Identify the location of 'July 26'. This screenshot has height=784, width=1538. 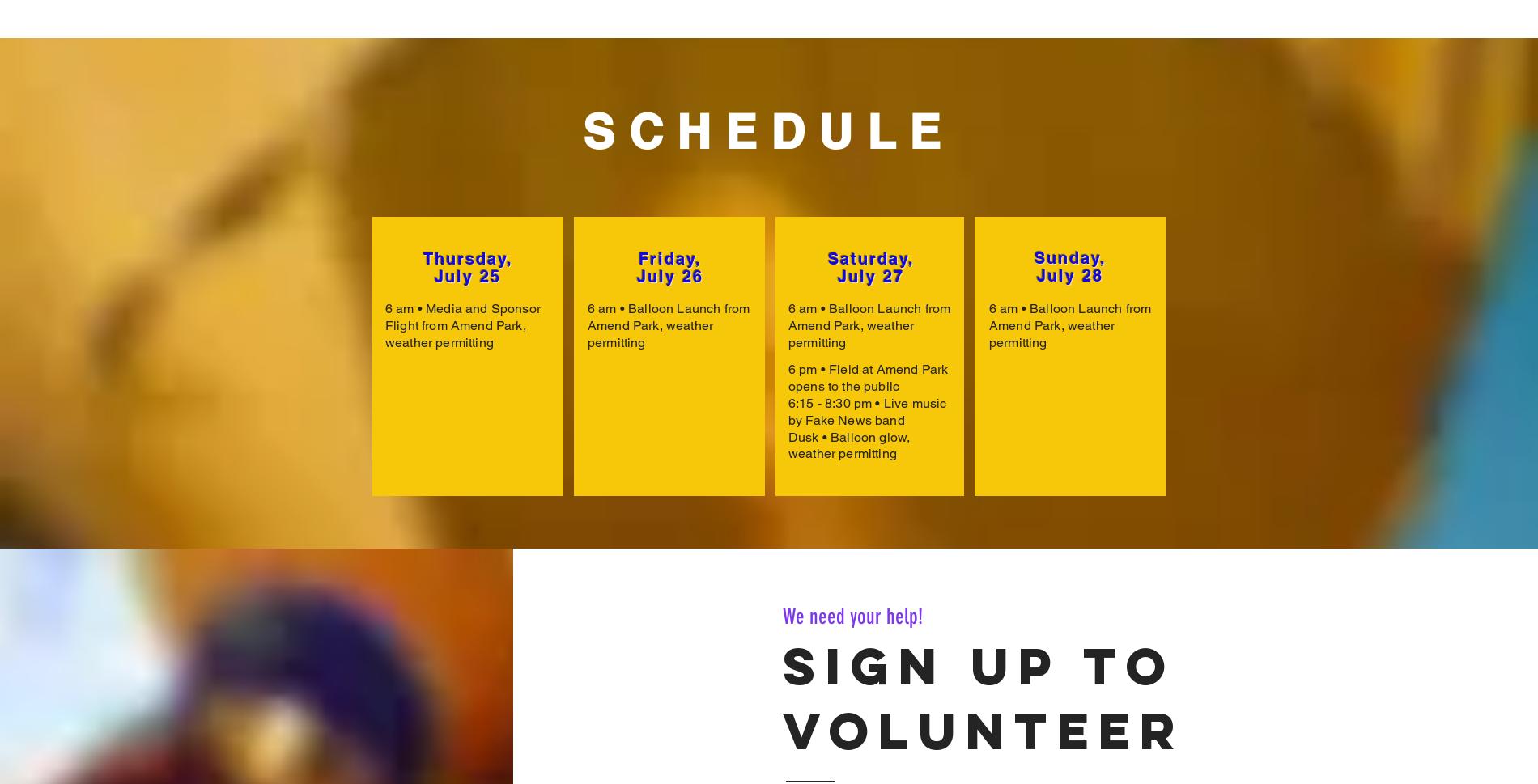
(669, 275).